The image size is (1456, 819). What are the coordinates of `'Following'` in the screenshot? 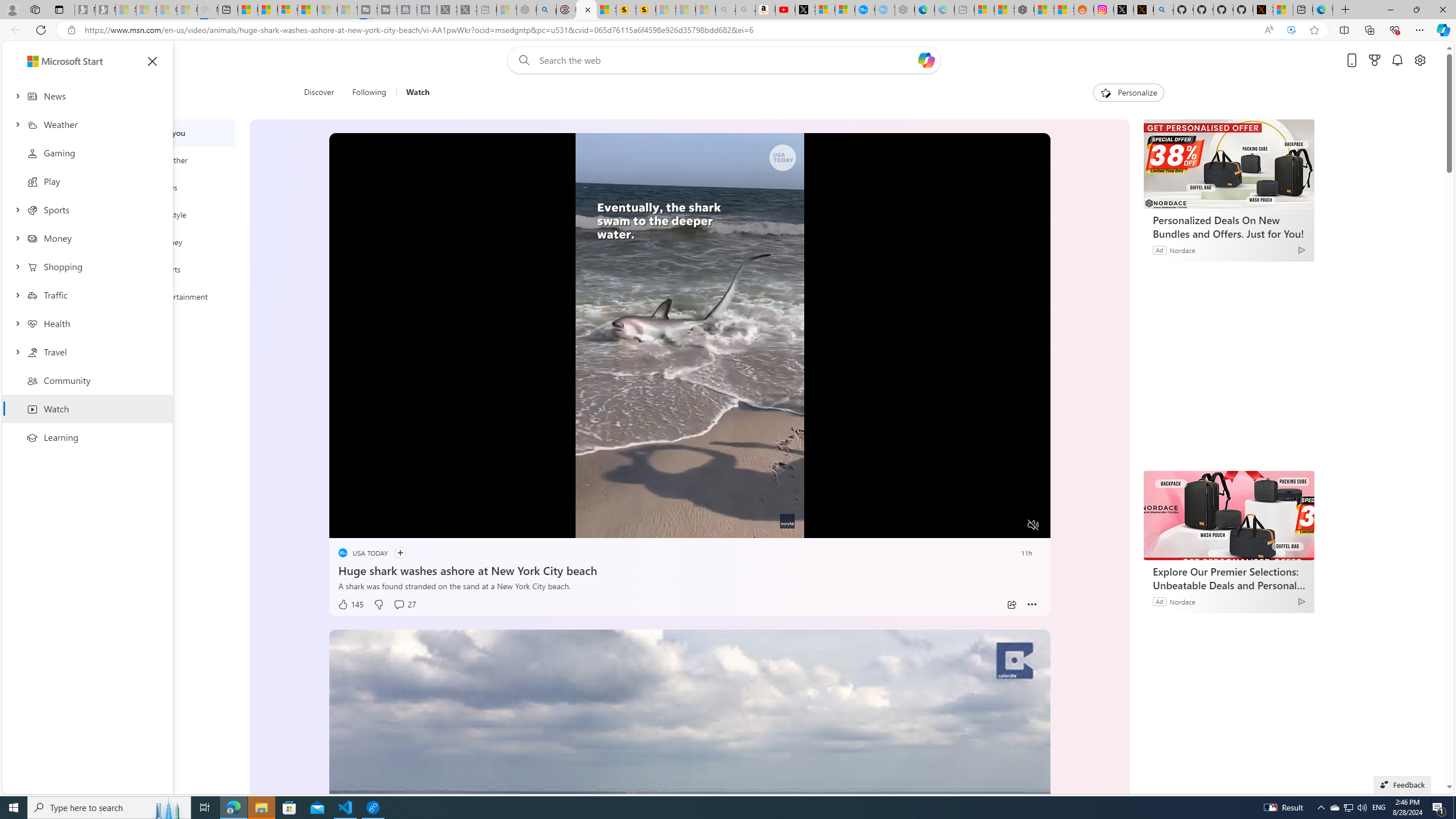 It's located at (370, 92).